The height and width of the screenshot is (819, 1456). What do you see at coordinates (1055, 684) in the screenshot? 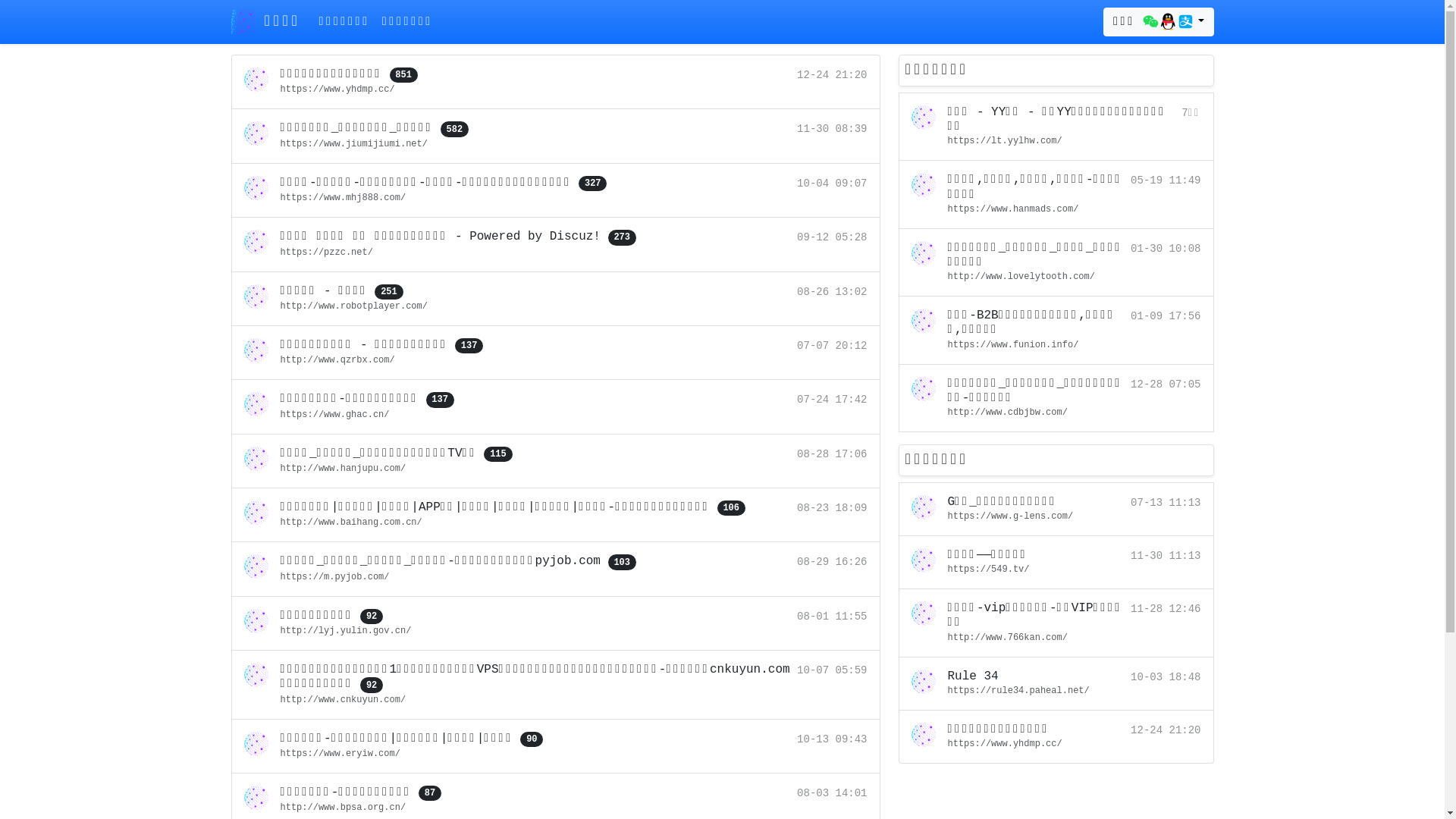
I see `'Rule 34` at bounding box center [1055, 684].